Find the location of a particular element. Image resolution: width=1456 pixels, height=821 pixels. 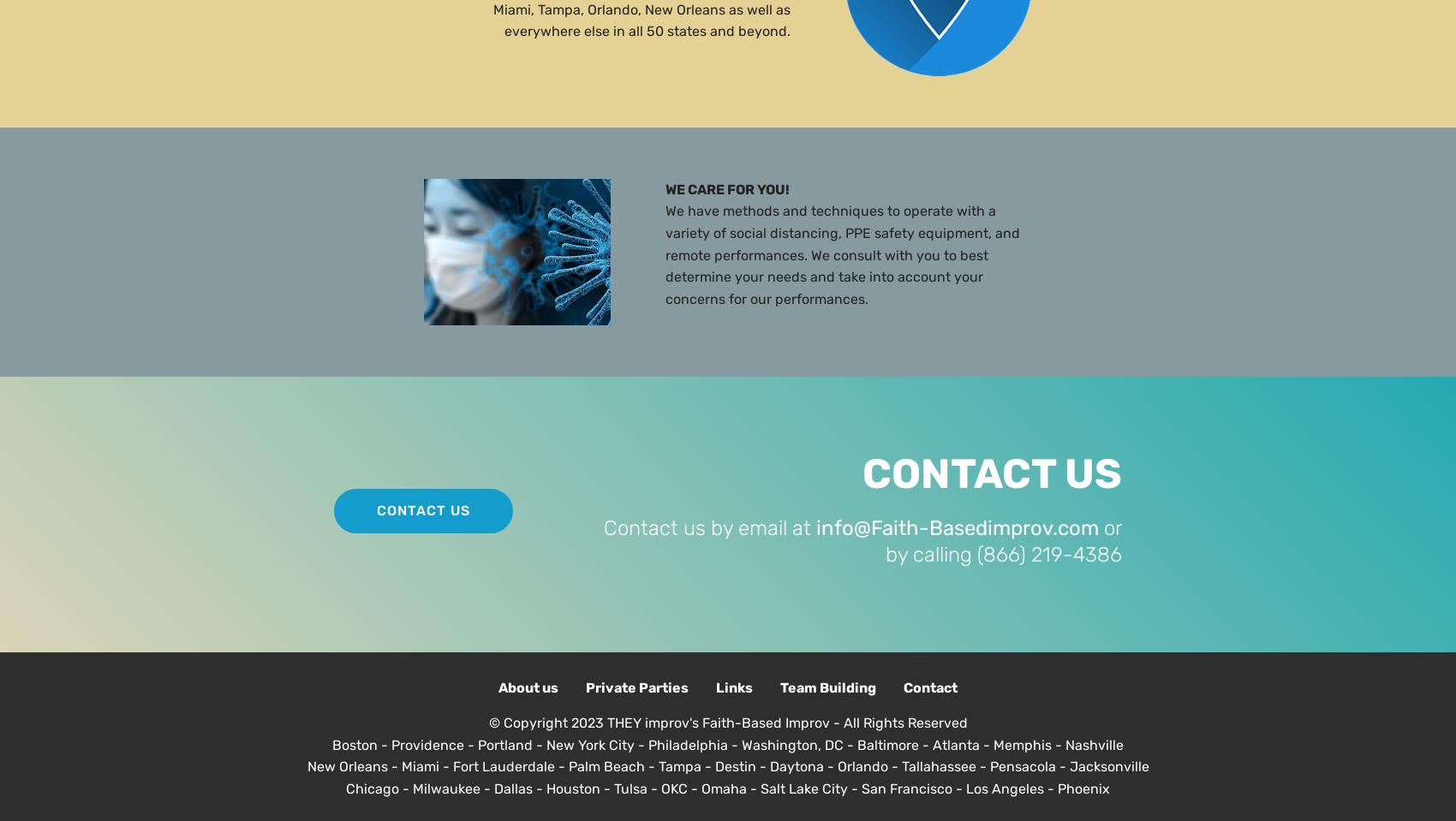

'About us' is located at coordinates (527, 687).